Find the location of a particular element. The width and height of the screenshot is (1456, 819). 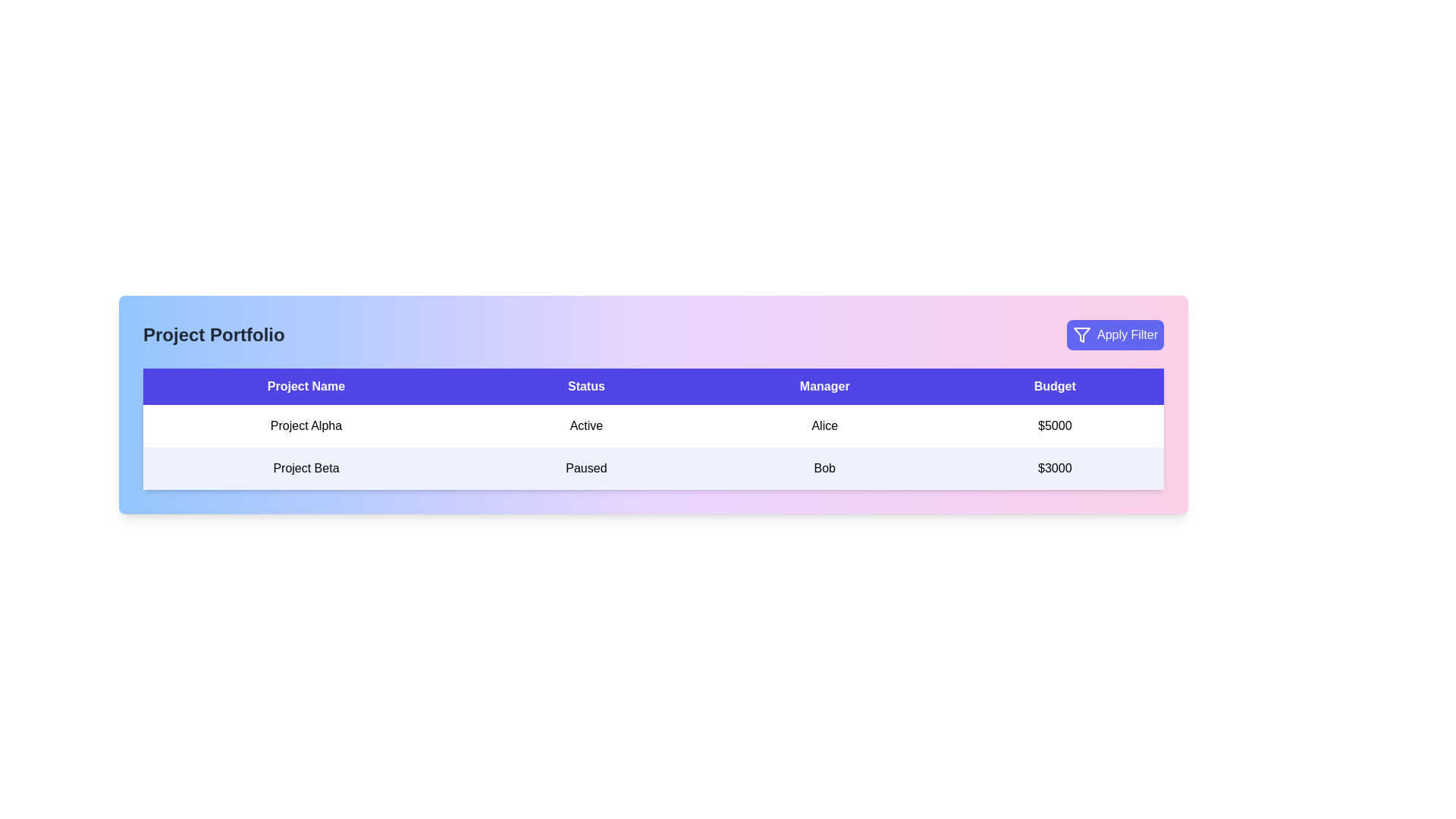

the text label displaying 'Active' in the 'Status' column of the project details table is located at coordinates (585, 426).